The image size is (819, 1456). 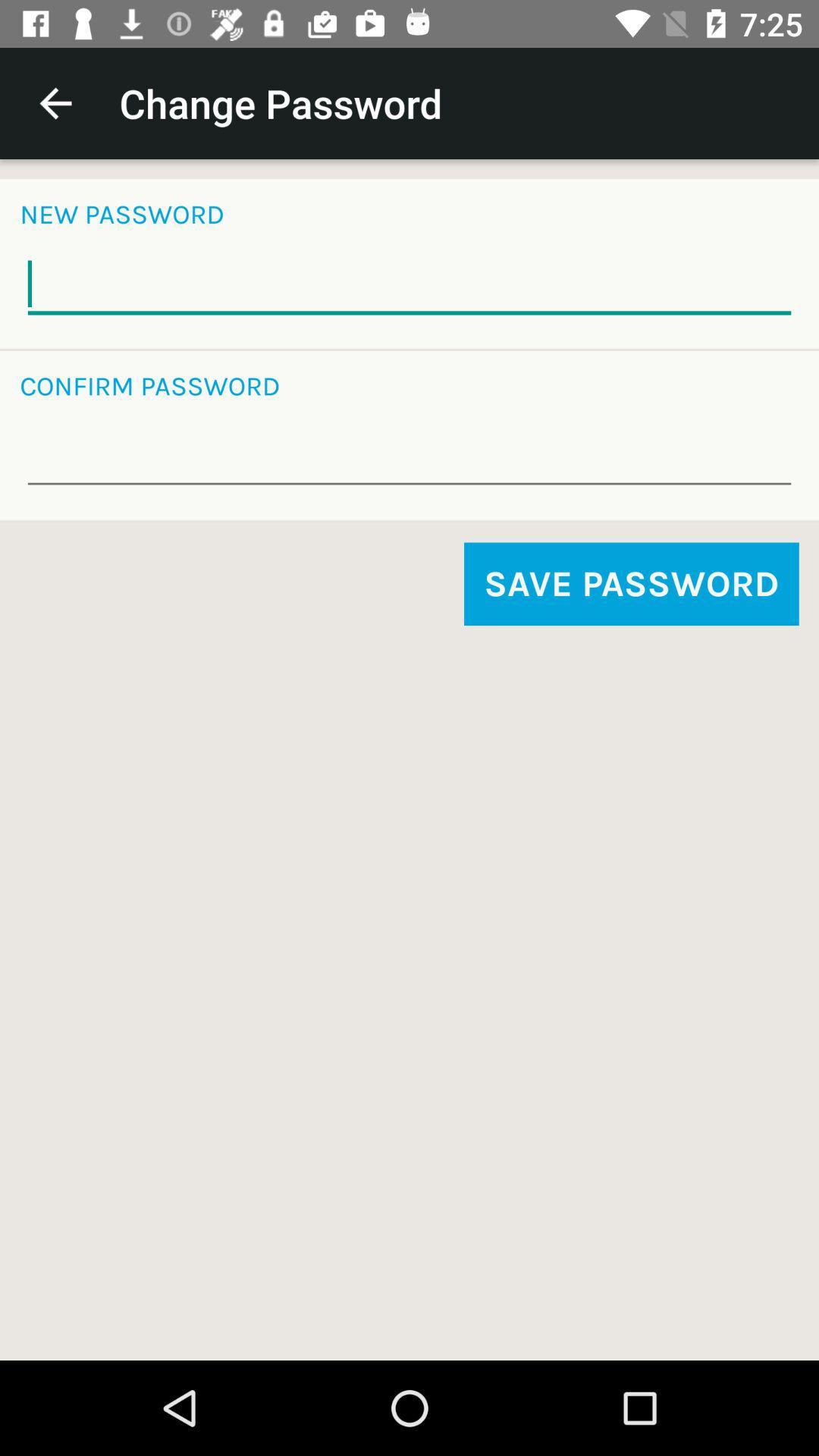 I want to click on the item above new password icon, so click(x=55, y=102).